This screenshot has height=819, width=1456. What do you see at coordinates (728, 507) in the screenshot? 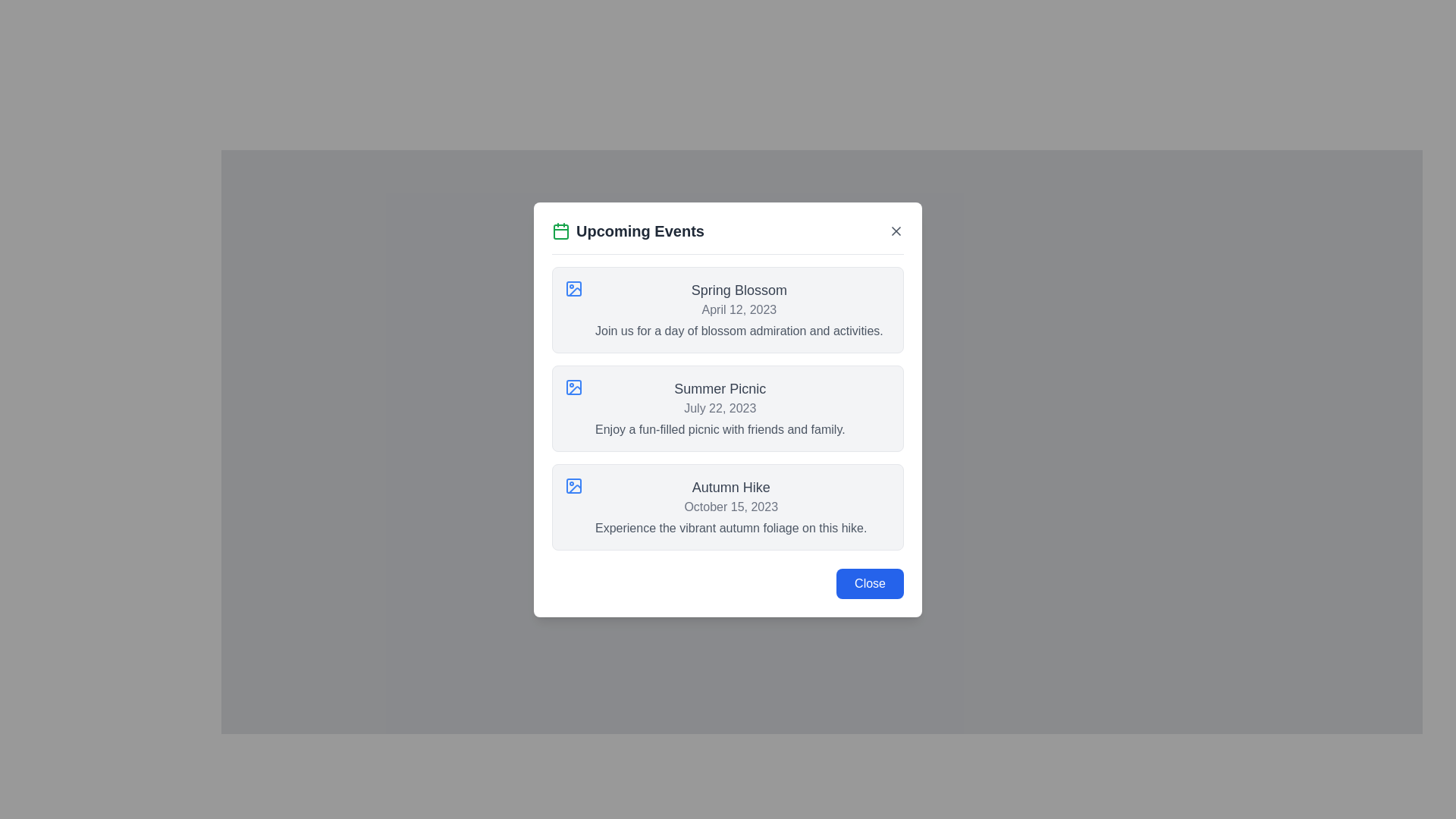
I see `the 'Autumn Hike' informational card, which is the third card in a vertical stack of event cards` at bounding box center [728, 507].